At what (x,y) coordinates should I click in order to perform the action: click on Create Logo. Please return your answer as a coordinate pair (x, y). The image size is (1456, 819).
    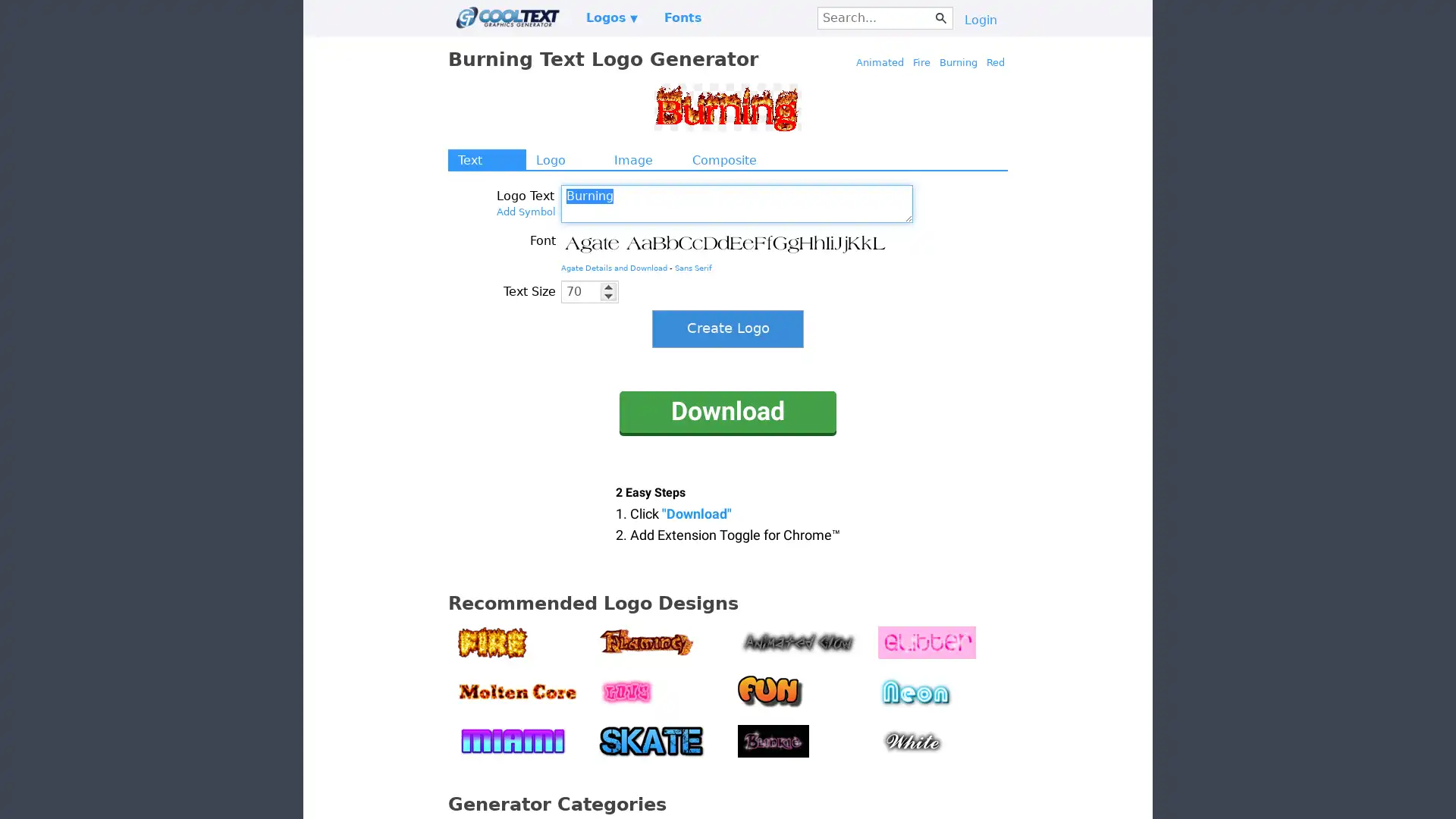
    Looking at the image, I should click on (728, 327).